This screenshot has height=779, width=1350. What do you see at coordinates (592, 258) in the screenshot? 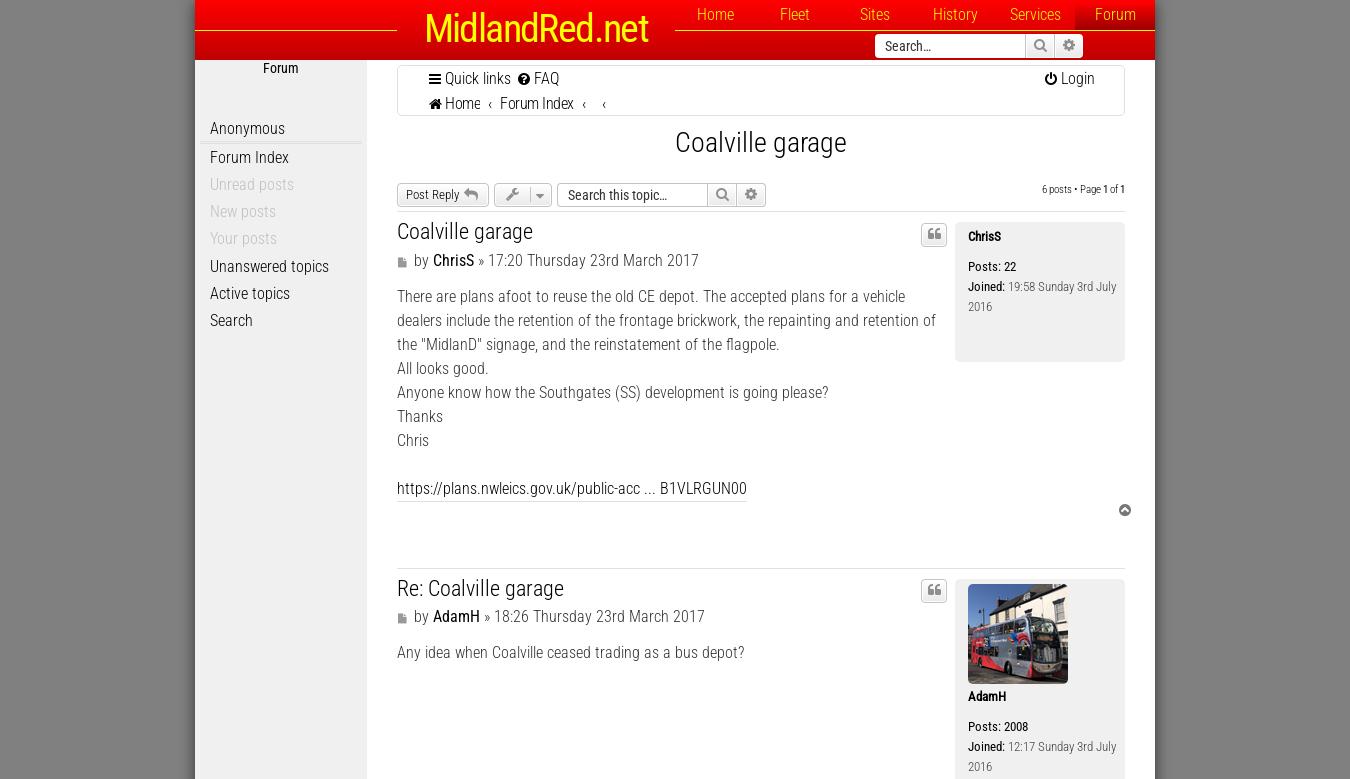
I see `'17:20 Thursday 23rd March 2017'` at bounding box center [592, 258].